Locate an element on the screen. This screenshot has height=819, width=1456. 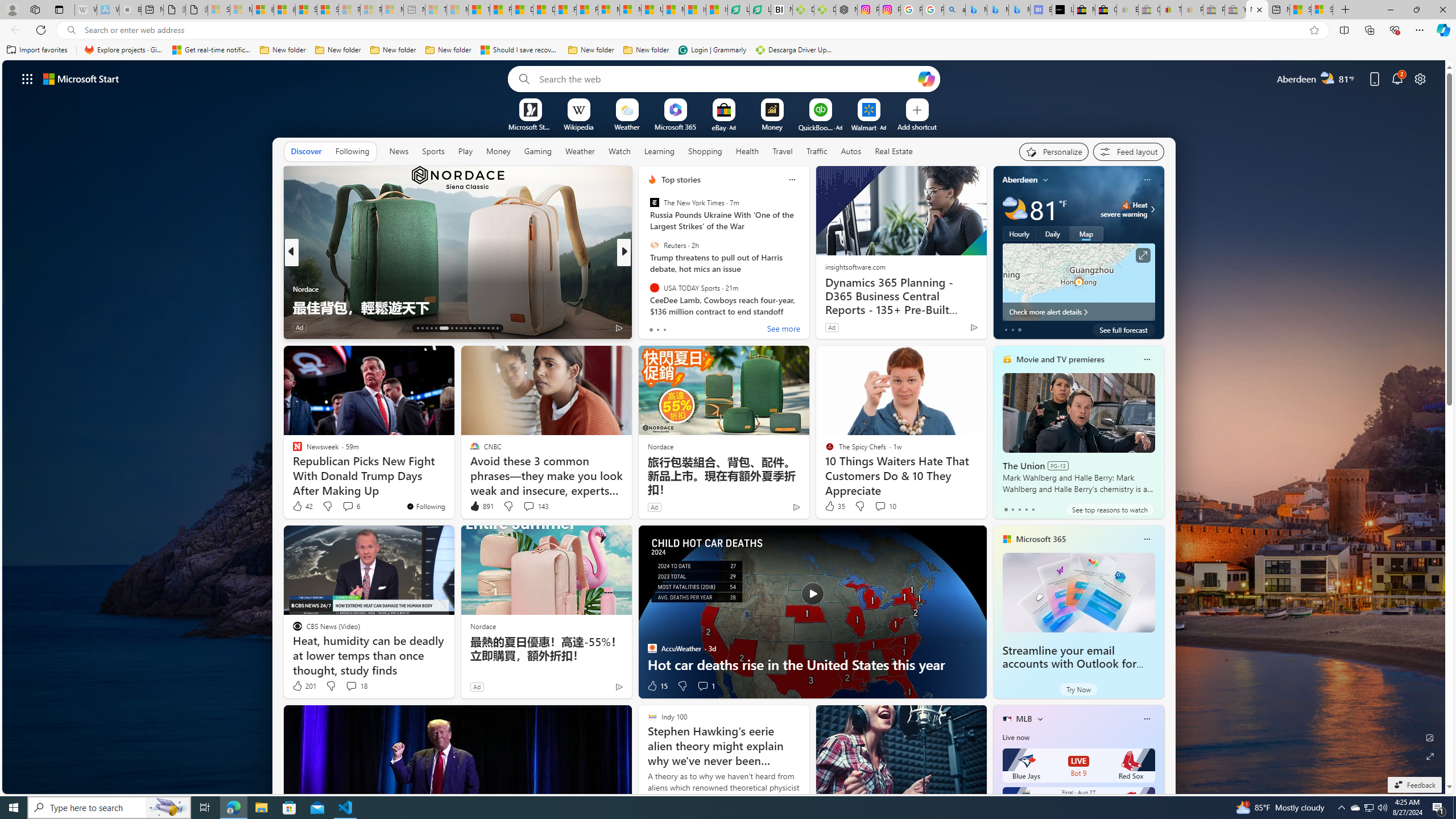
'Microsoft Bing Travel - Flights from Hong Kong to Bangkok' is located at coordinates (976, 9).